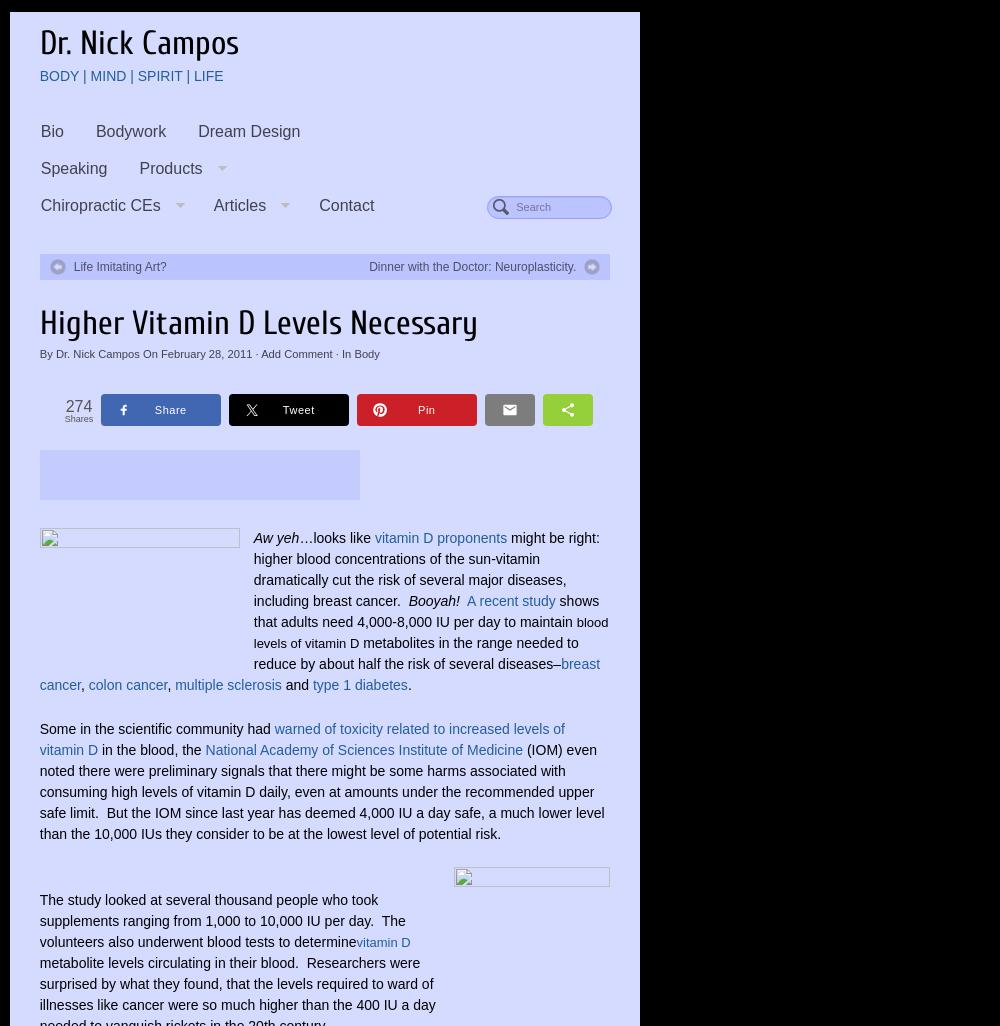  Describe the element at coordinates (77, 417) in the screenshot. I see `'Shares'` at that location.